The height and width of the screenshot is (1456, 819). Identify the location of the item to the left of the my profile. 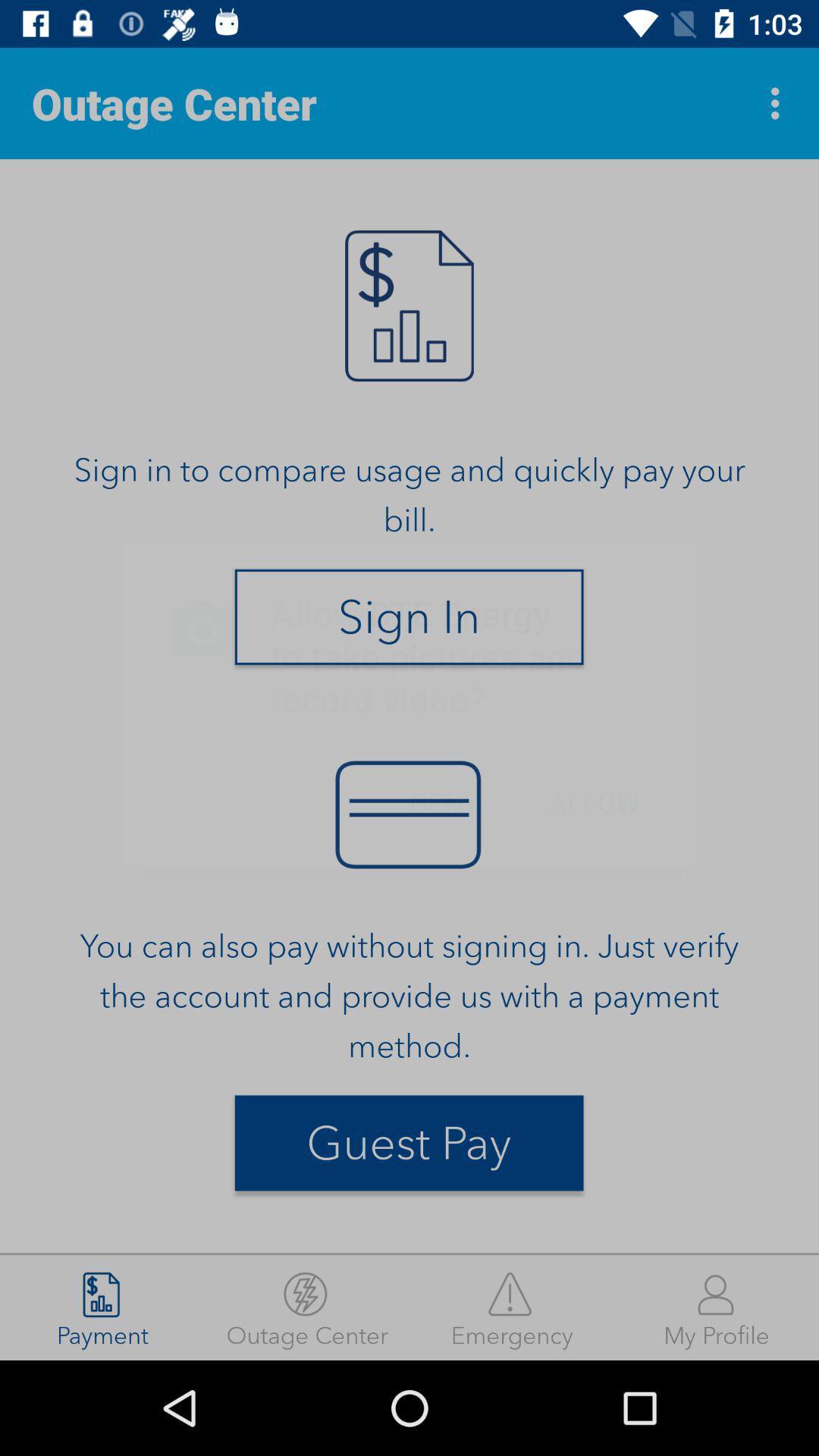
(512, 1307).